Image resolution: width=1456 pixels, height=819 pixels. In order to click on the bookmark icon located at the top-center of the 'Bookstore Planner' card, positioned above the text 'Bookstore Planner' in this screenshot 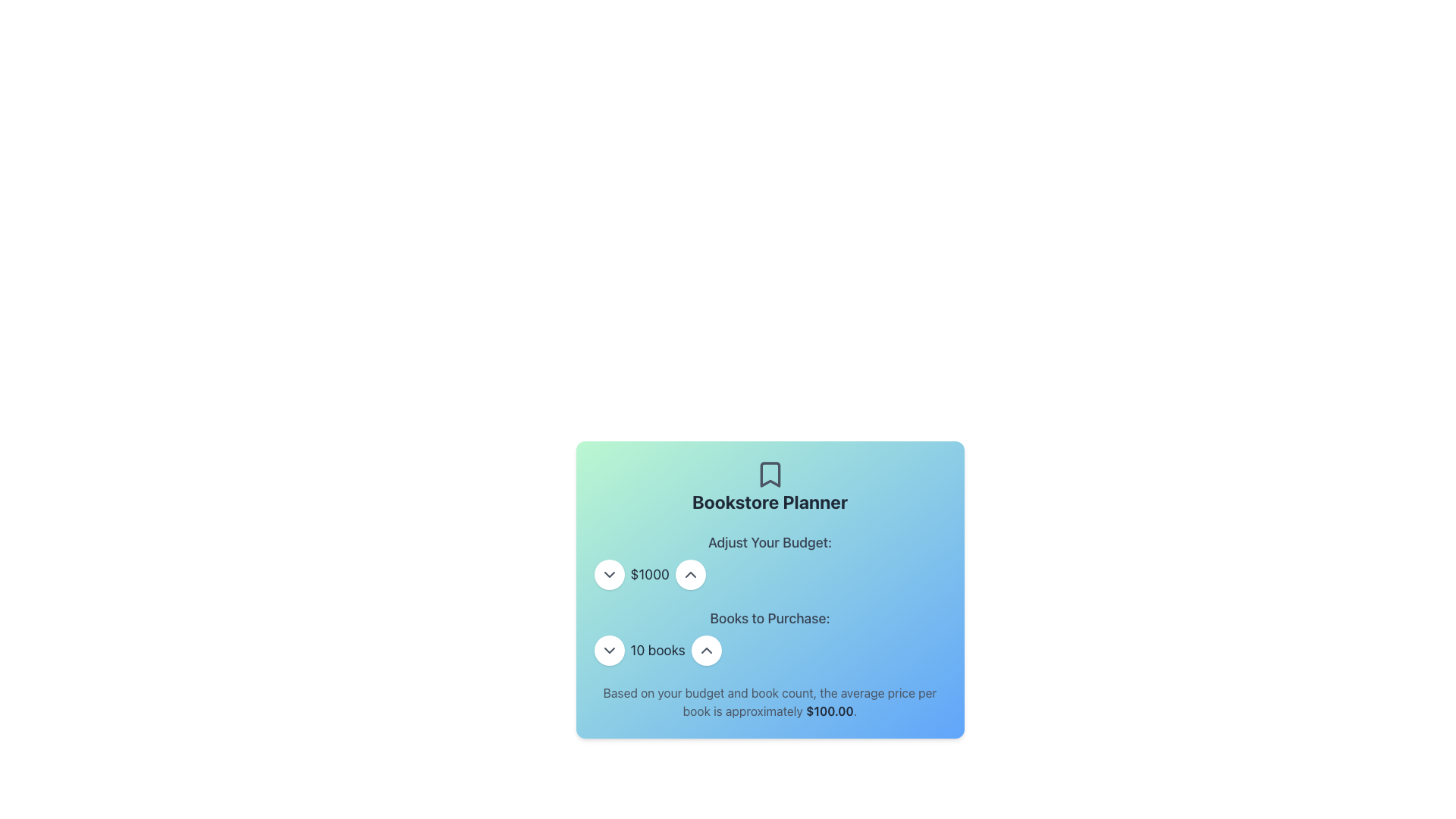, I will do `click(770, 473)`.